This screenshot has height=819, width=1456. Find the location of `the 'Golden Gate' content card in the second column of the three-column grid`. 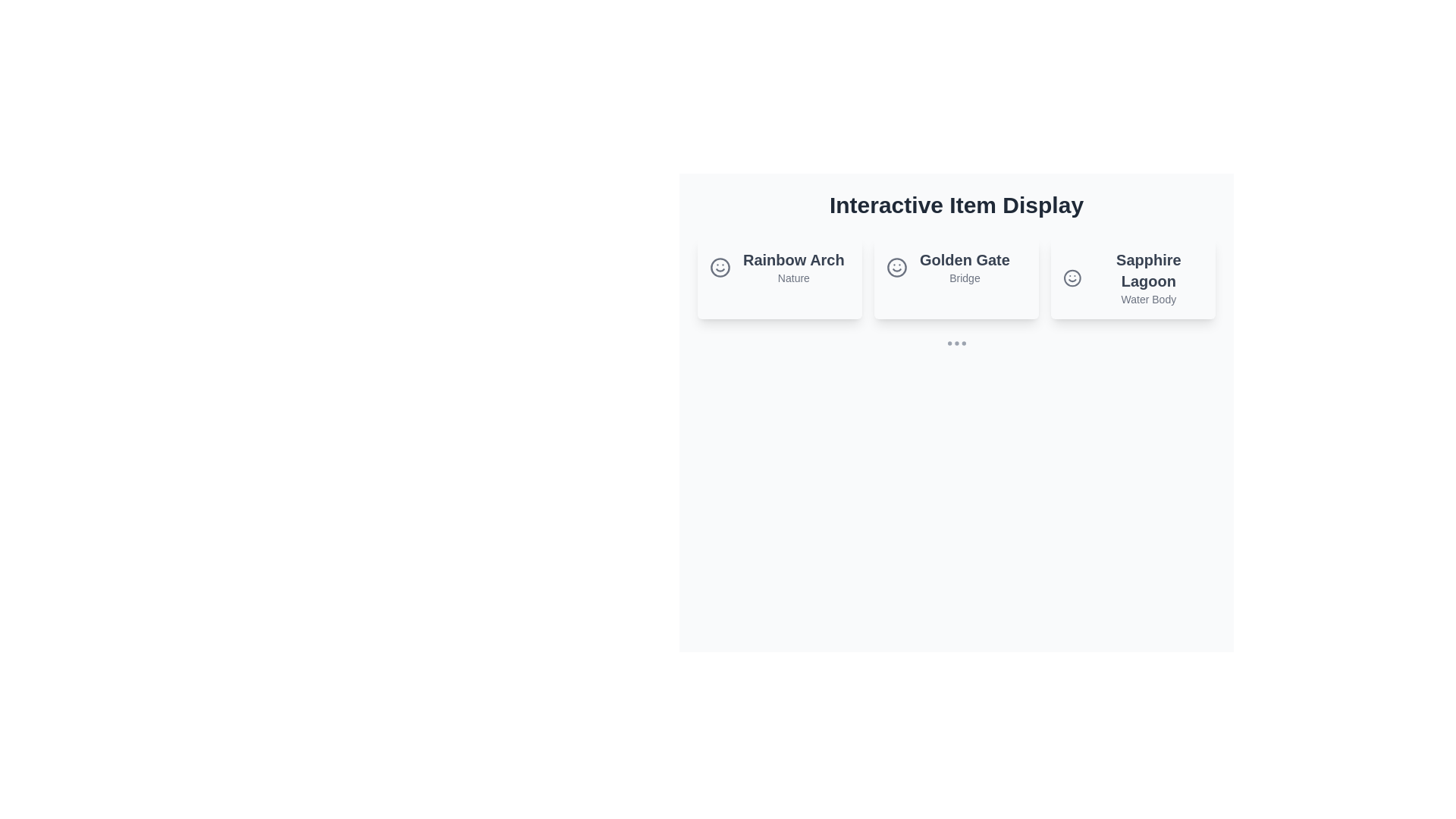

the 'Golden Gate' content card in the second column of the three-column grid is located at coordinates (955, 278).